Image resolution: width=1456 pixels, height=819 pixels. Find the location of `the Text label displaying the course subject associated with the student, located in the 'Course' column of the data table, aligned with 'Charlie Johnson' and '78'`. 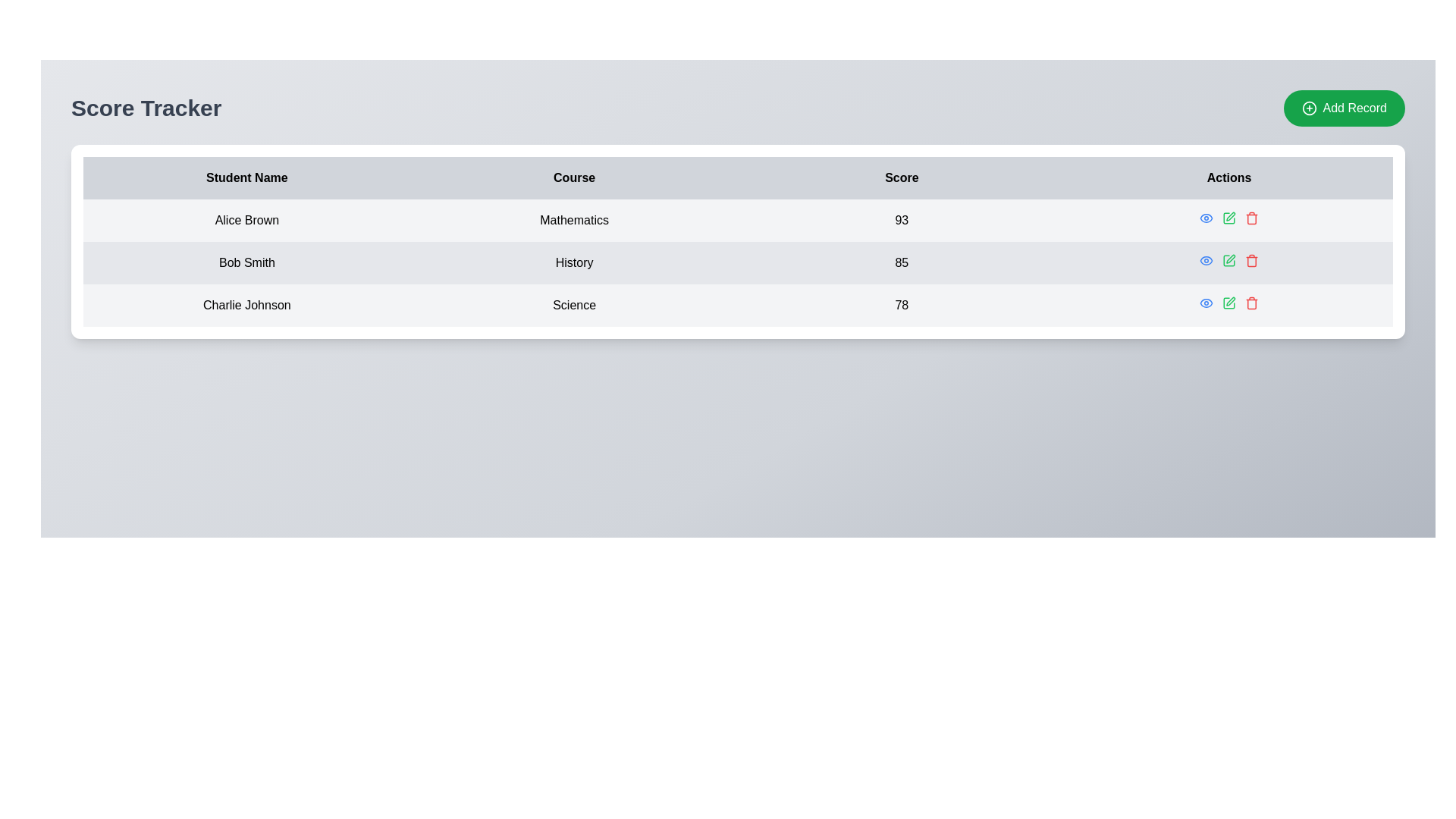

the Text label displaying the course subject associated with the student, located in the 'Course' column of the data table, aligned with 'Charlie Johnson' and '78' is located at coordinates (573, 305).